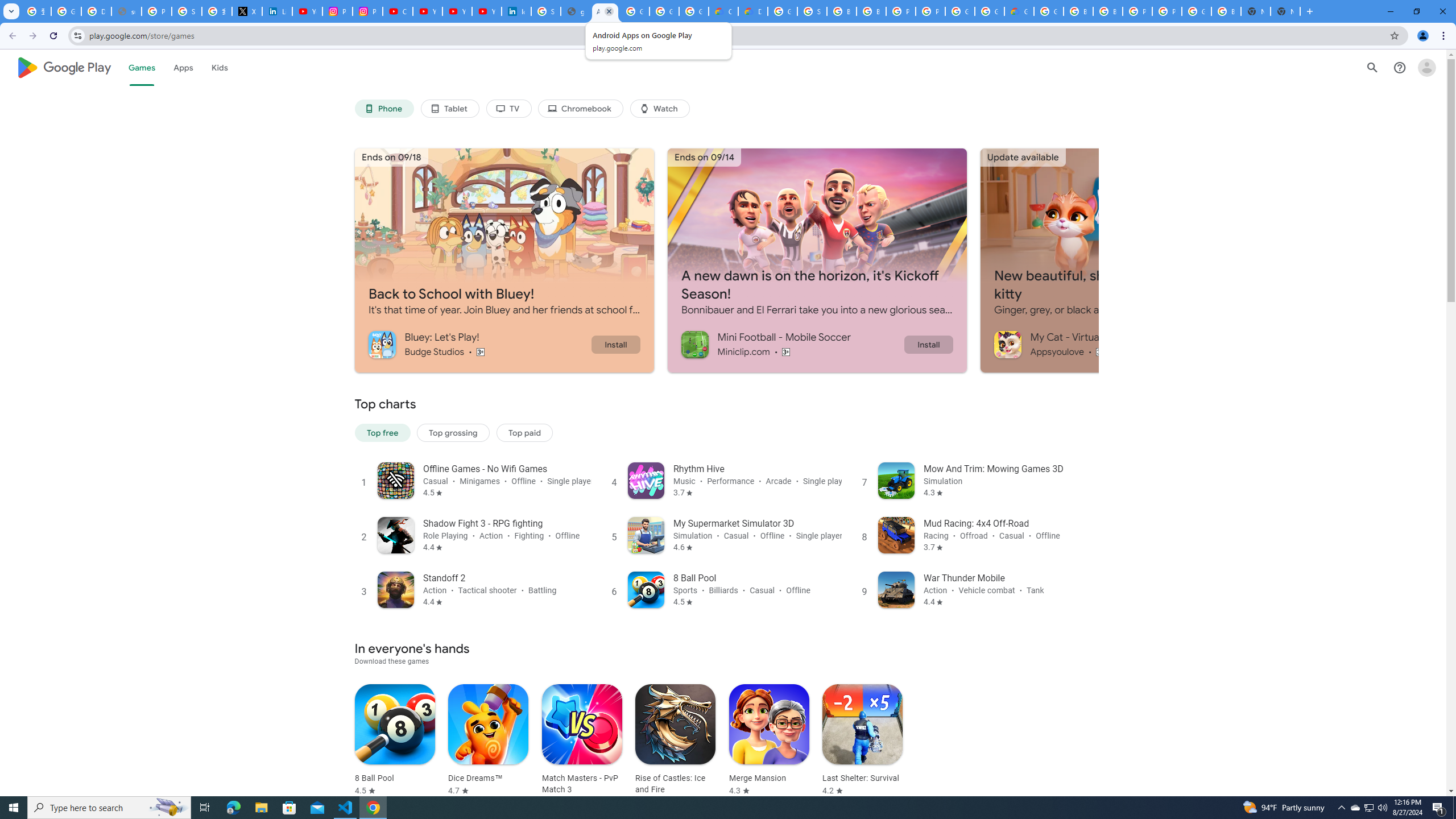  Describe the element at coordinates (457, 11) in the screenshot. I see `'YouTube Culture & Trends - YouTube Top 10, 2021'` at that location.